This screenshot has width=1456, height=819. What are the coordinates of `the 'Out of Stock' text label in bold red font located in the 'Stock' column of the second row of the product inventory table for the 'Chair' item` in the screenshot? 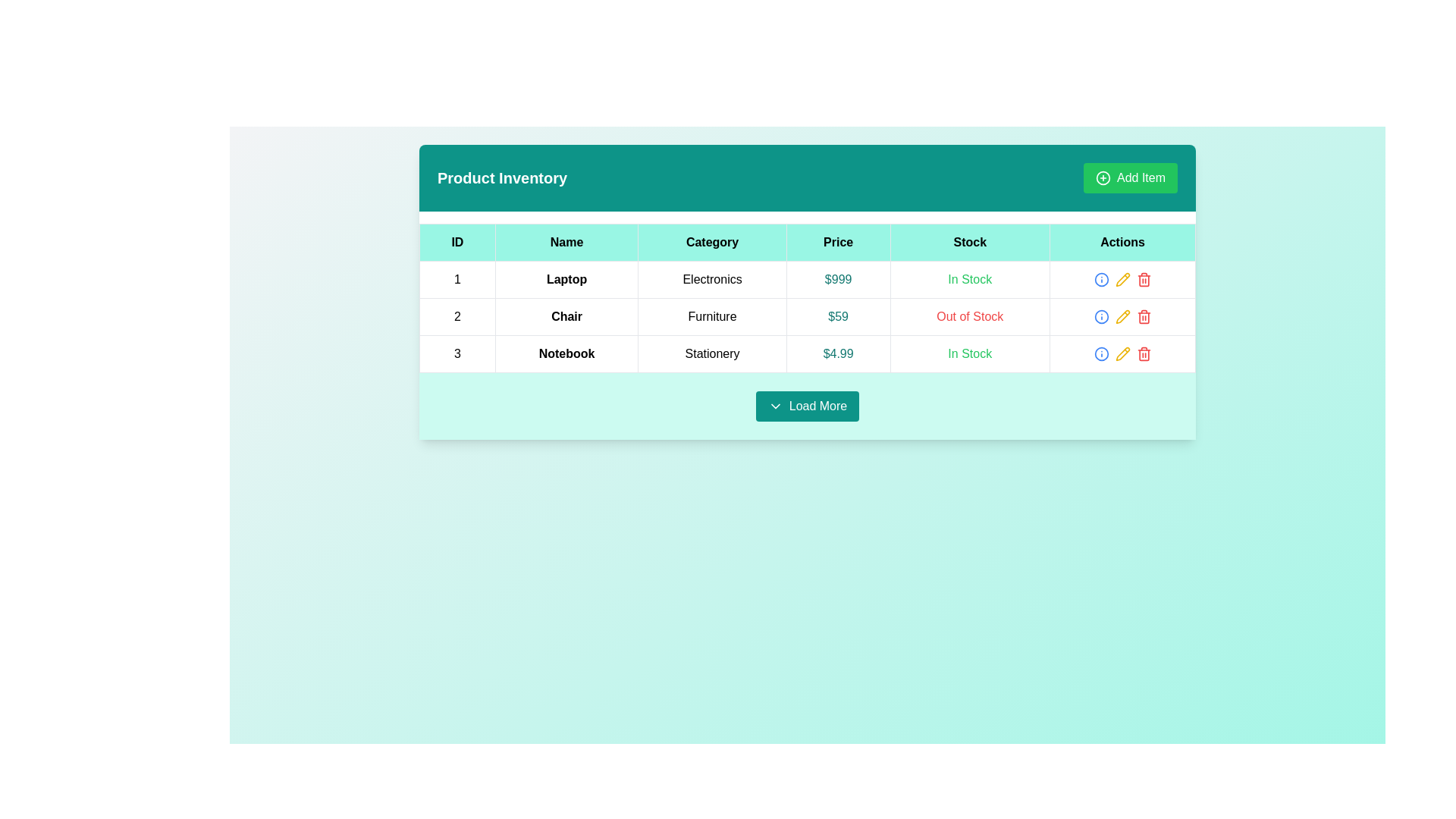 It's located at (969, 315).